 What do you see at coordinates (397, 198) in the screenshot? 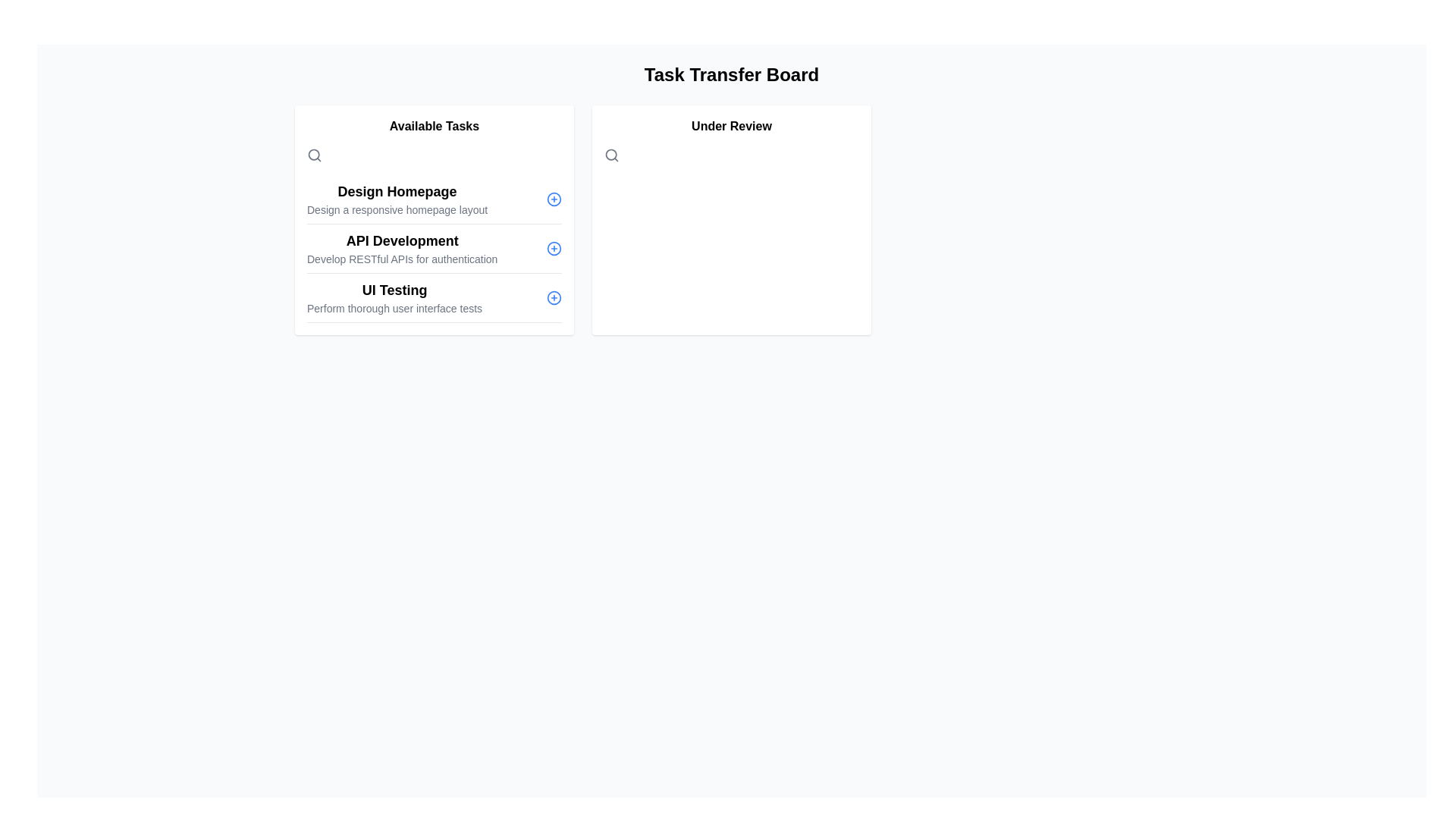
I see `the first task item in the 'Available Tasks' section, which displays 'Design Homepage' in bold and larger font` at bounding box center [397, 198].